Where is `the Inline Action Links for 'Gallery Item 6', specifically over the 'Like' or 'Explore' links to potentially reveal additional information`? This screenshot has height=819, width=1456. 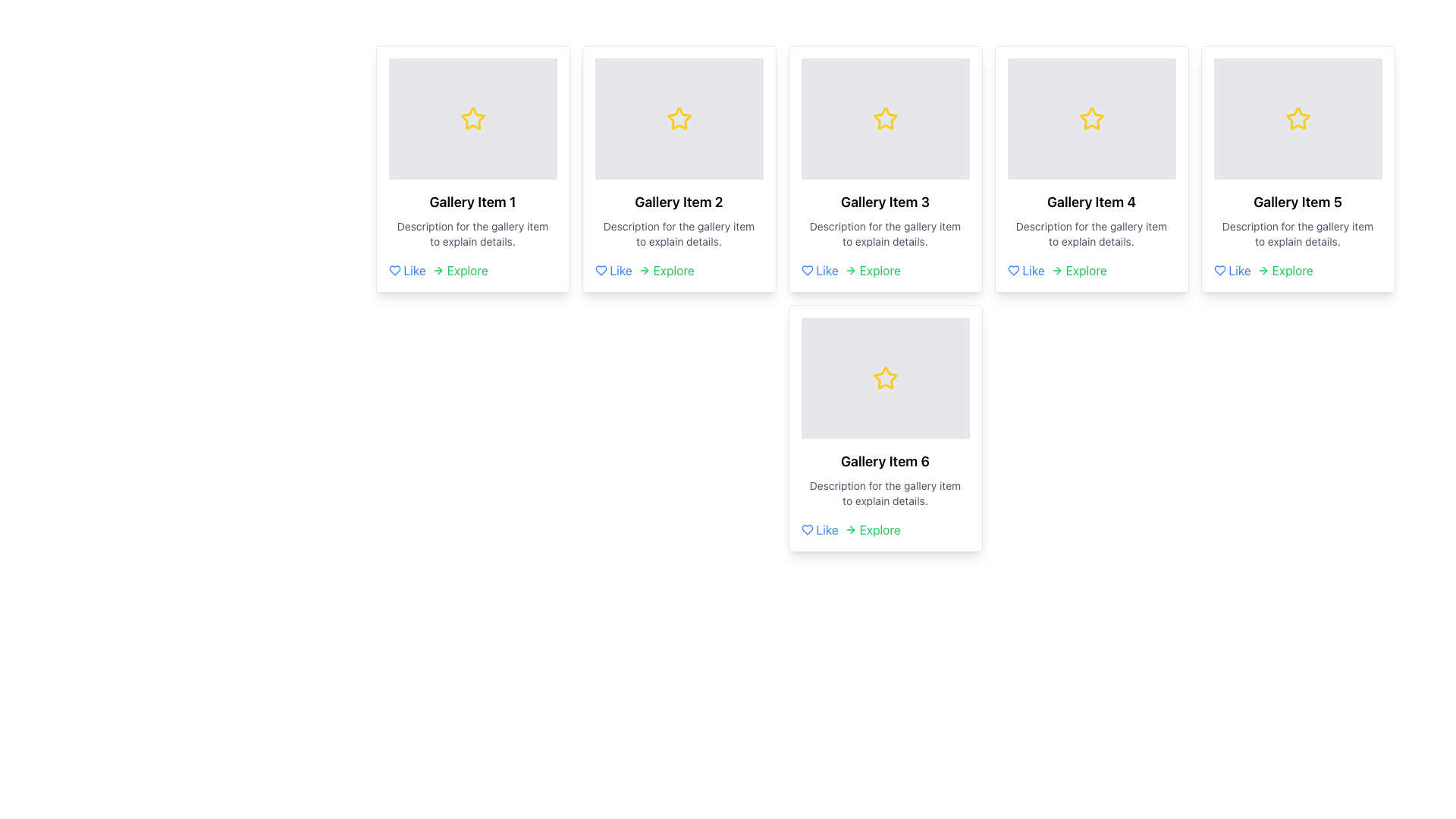 the Inline Action Links for 'Gallery Item 6', specifically over the 'Like' or 'Explore' links to potentially reveal additional information is located at coordinates (885, 529).